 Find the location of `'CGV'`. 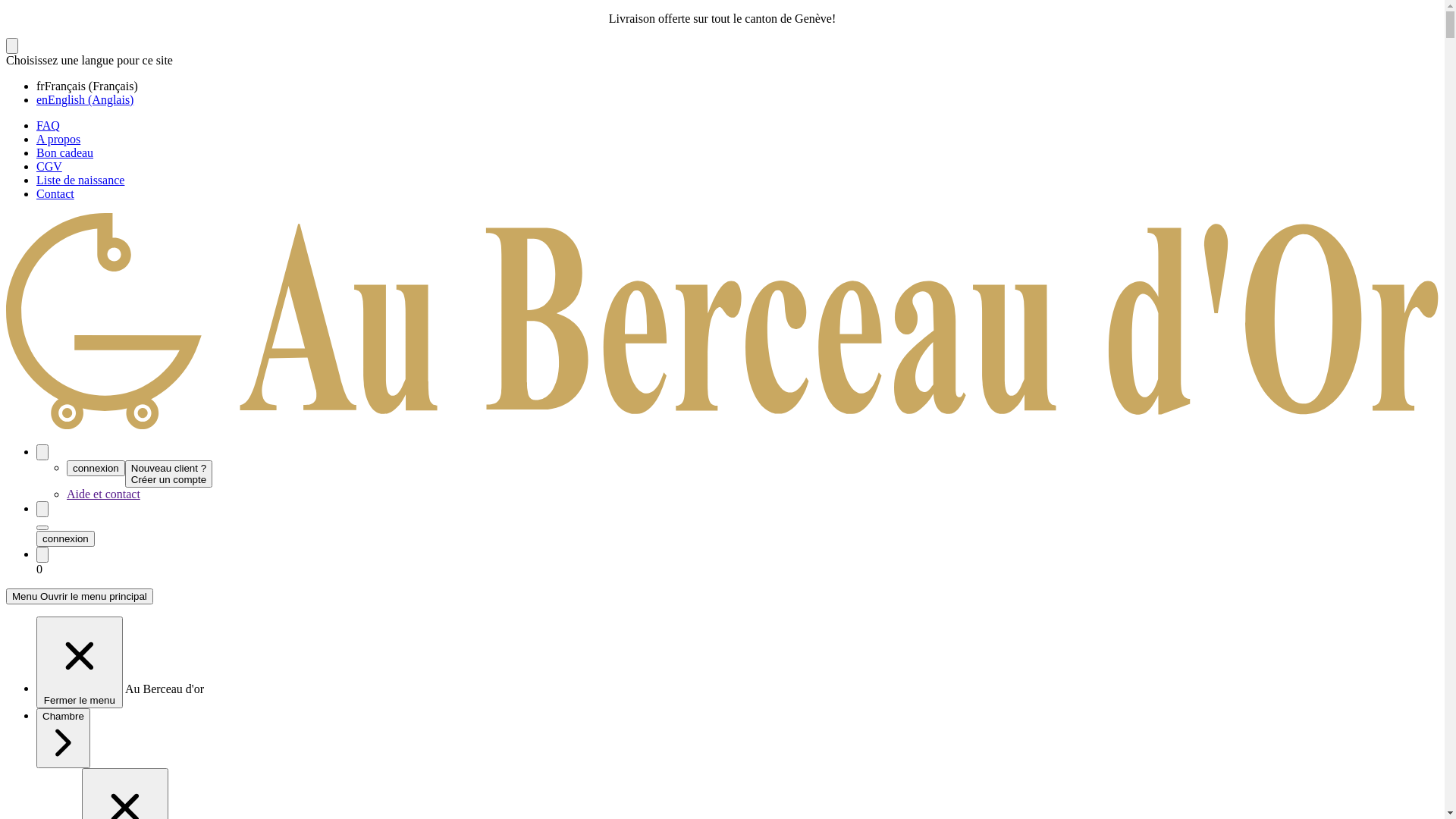

'CGV' is located at coordinates (36, 166).